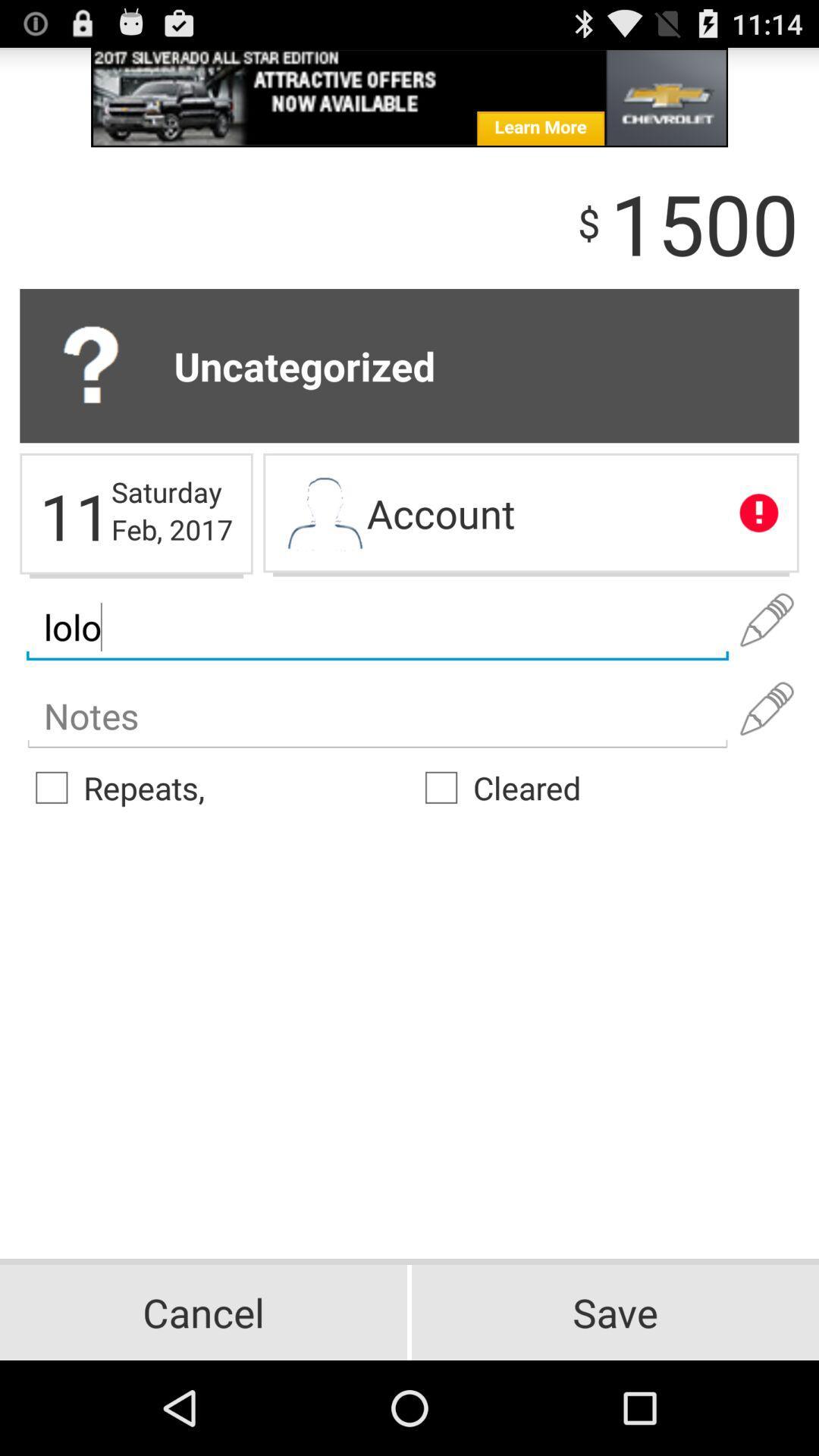  What do you see at coordinates (324, 515) in the screenshot?
I see `my account` at bounding box center [324, 515].